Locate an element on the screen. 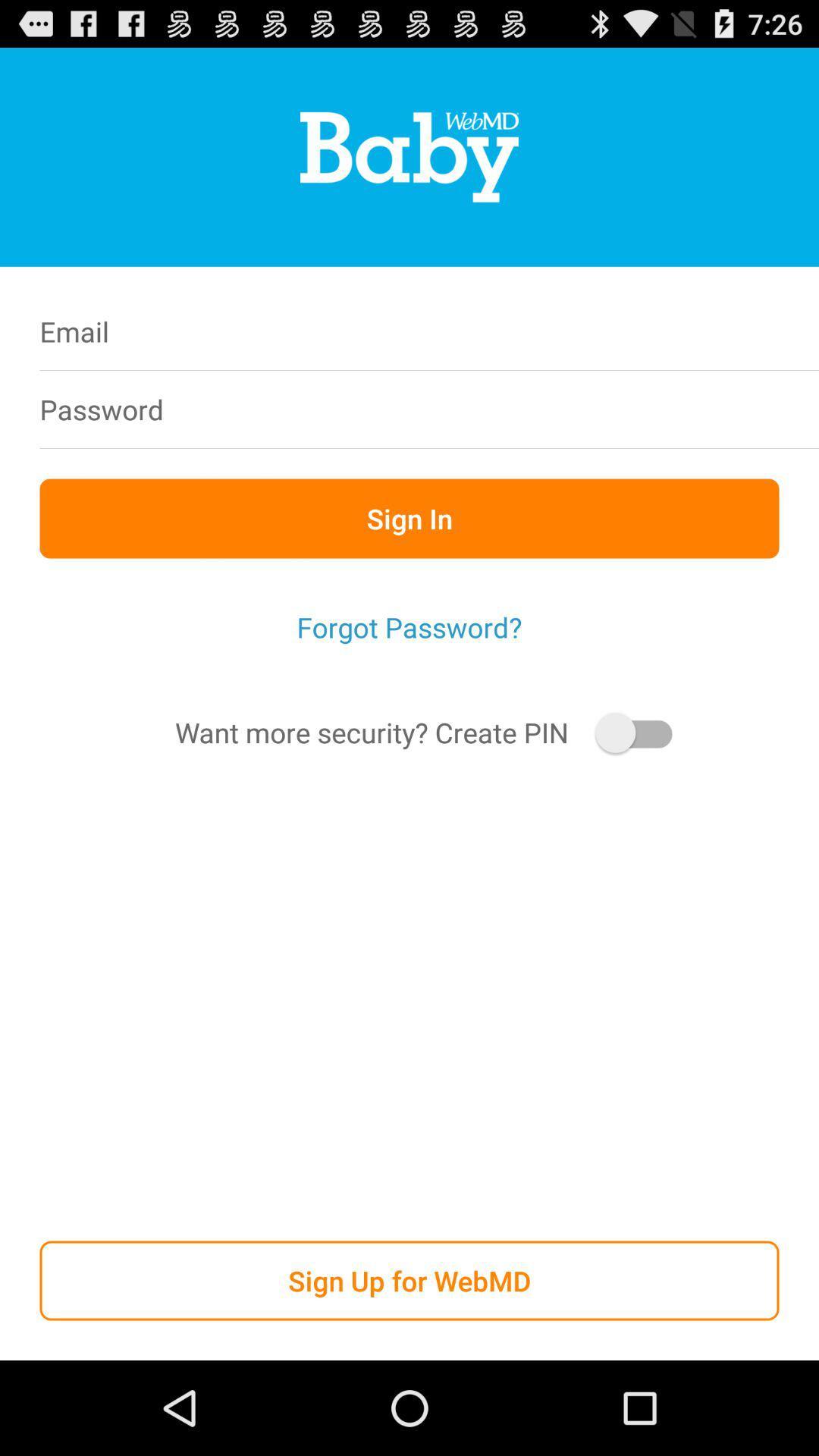 The height and width of the screenshot is (1456, 819). forgot password? item is located at coordinates (409, 627).